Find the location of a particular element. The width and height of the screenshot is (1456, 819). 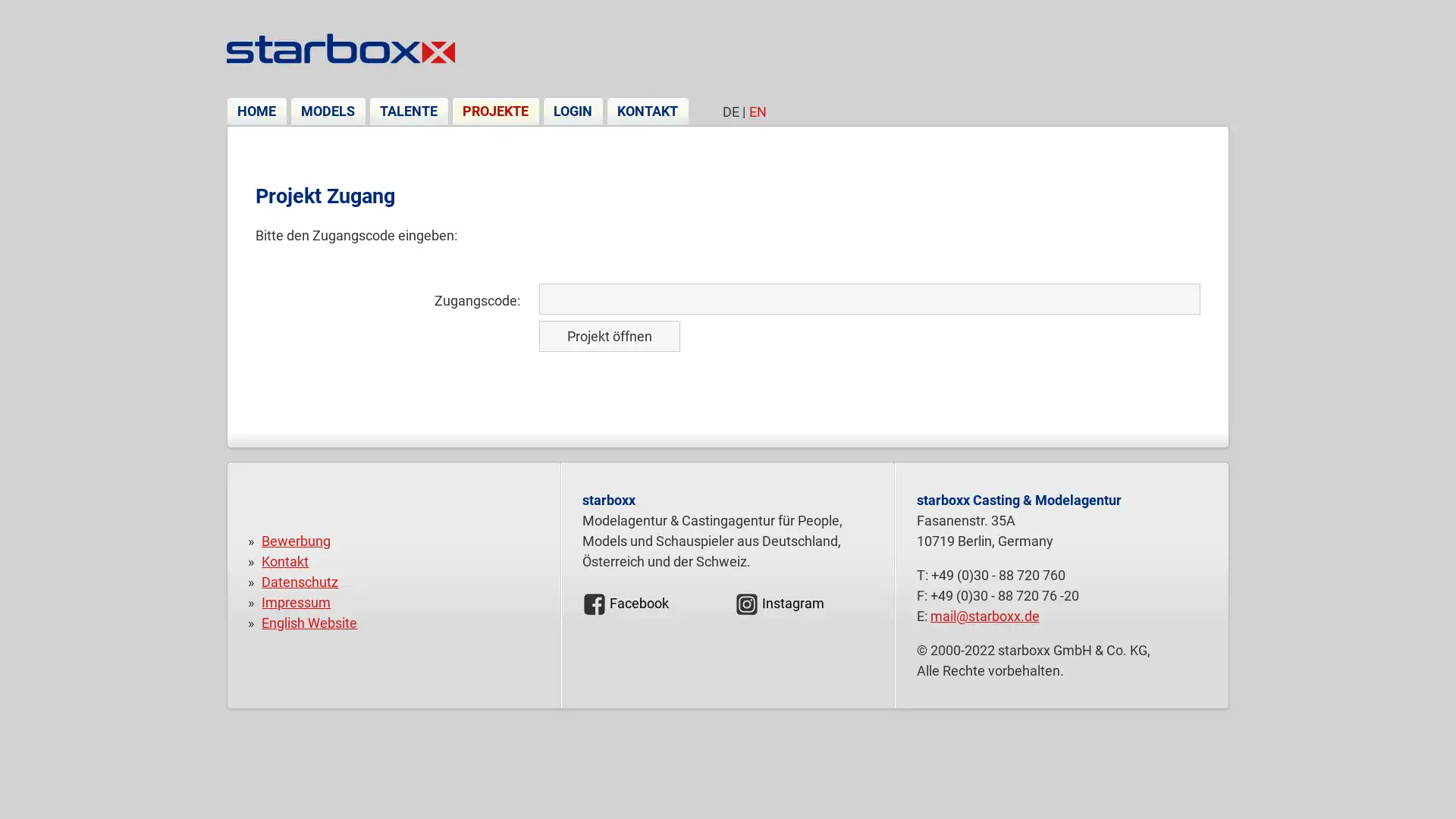

Projekt offnen is located at coordinates (608, 335).